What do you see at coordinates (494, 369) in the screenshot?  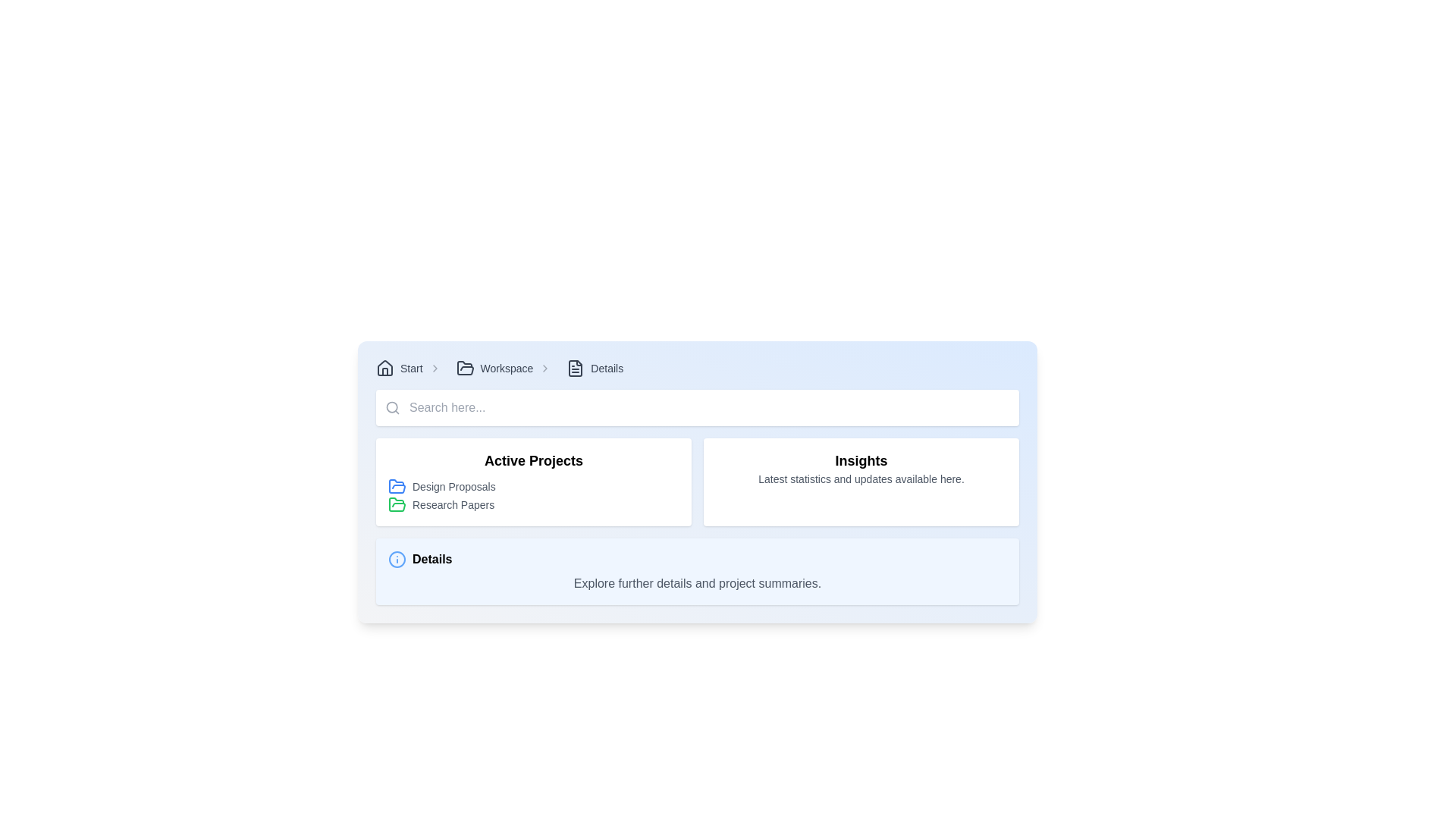 I see `the second breadcrumb navigation link located between 'Start' and 'Details'` at bounding box center [494, 369].